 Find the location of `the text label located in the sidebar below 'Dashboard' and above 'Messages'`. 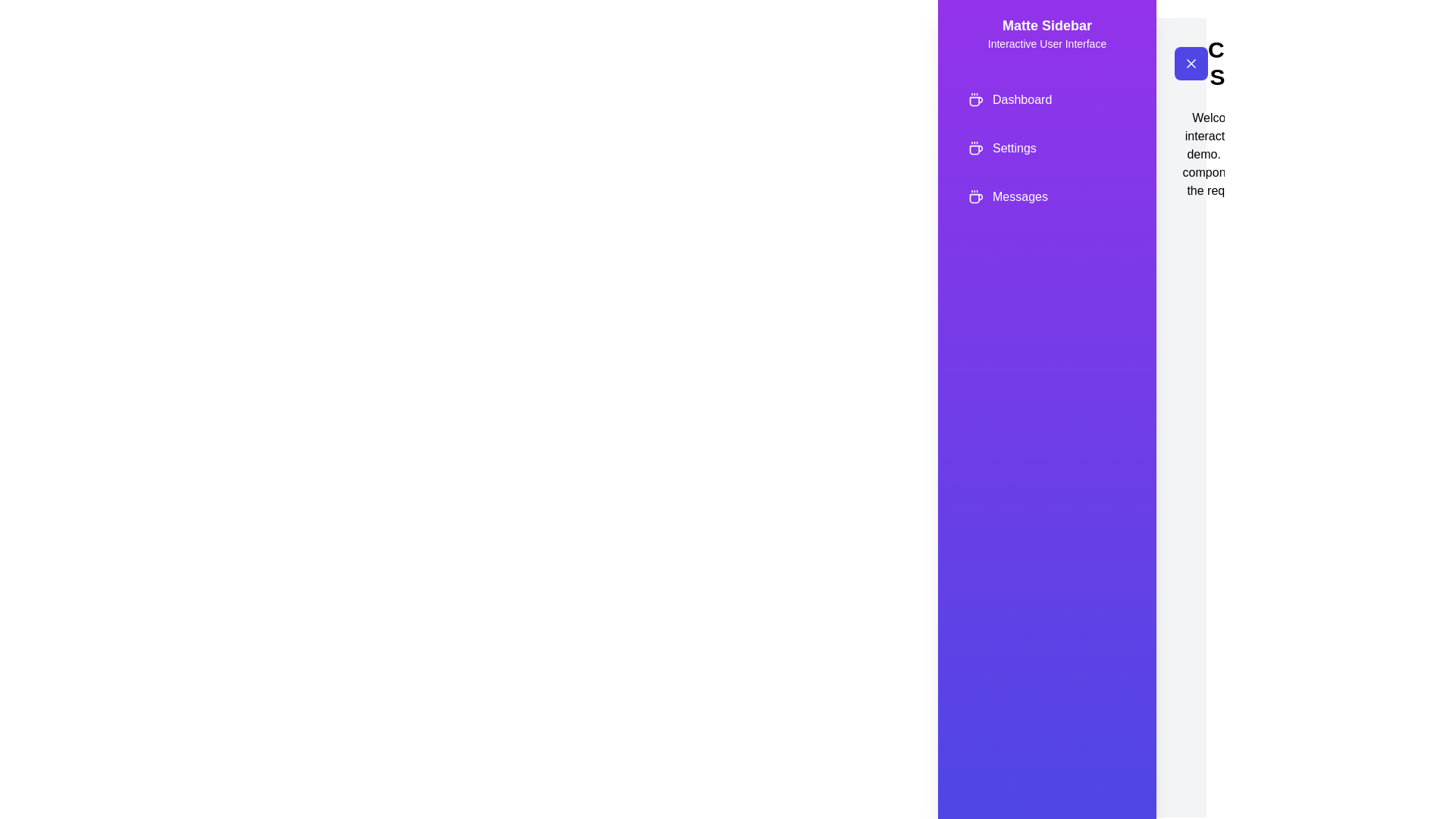

the text label located in the sidebar below 'Dashboard' and above 'Messages' is located at coordinates (1014, 149).